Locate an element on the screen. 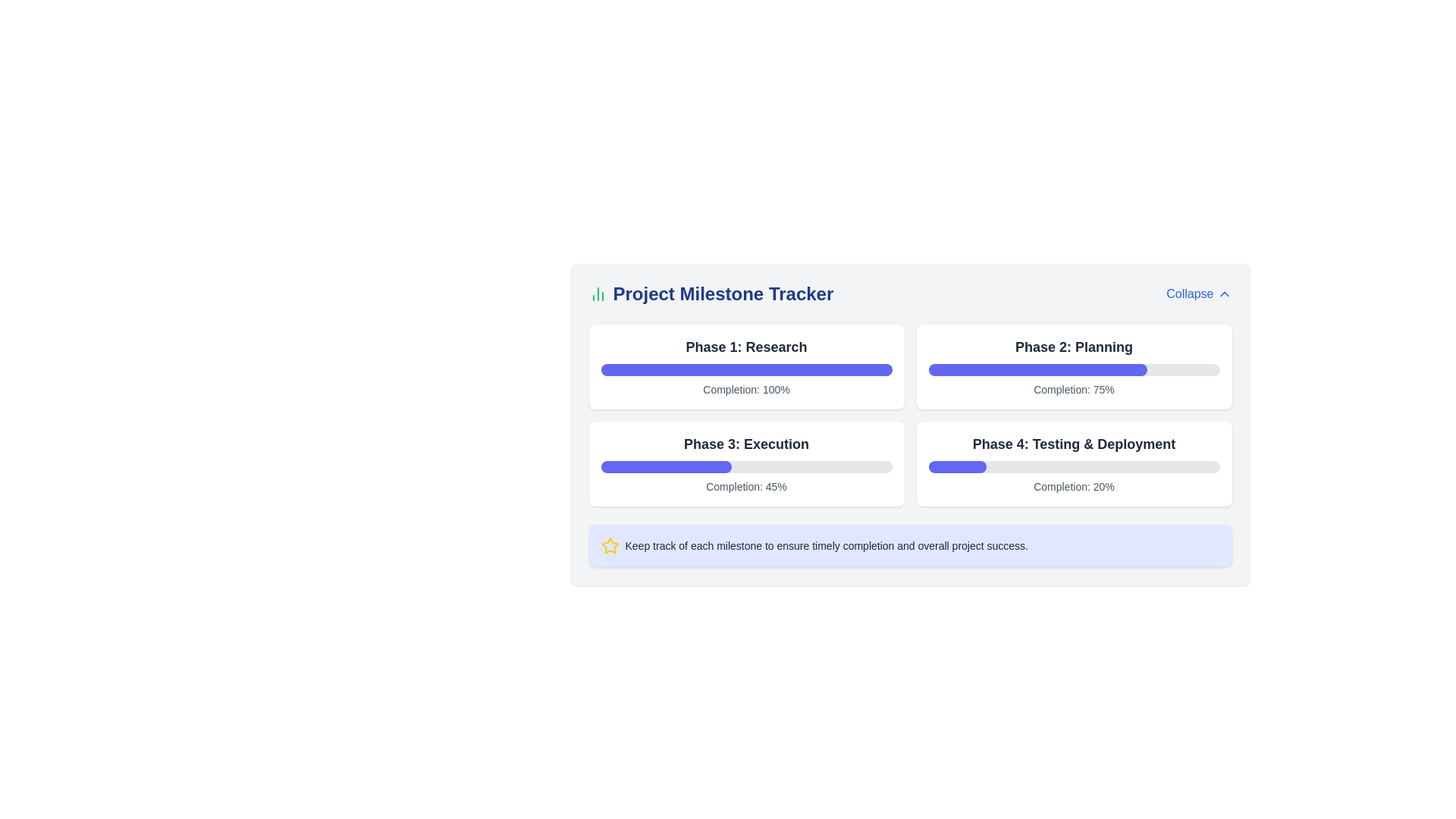  progress information from the Information card displaying the status of 'Phase 4: Testing & Deployment', located in the bottom-right quadrant of the milestone tracker interface is located at coordinates (1073, 463).